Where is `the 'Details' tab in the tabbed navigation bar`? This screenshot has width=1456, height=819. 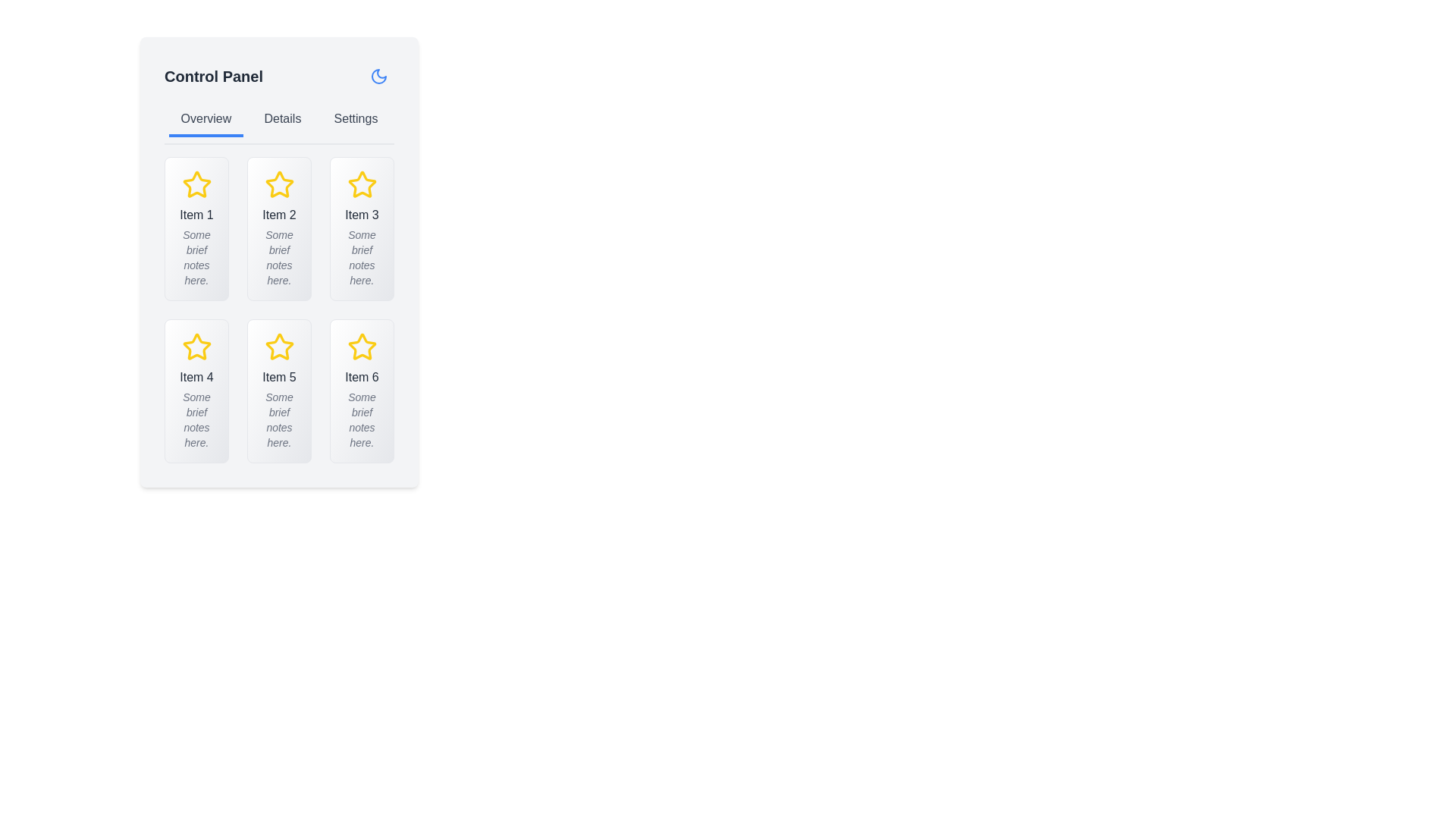 the 'Details' tab in the tabbed navigation bar is located at coordinates (282, 119).